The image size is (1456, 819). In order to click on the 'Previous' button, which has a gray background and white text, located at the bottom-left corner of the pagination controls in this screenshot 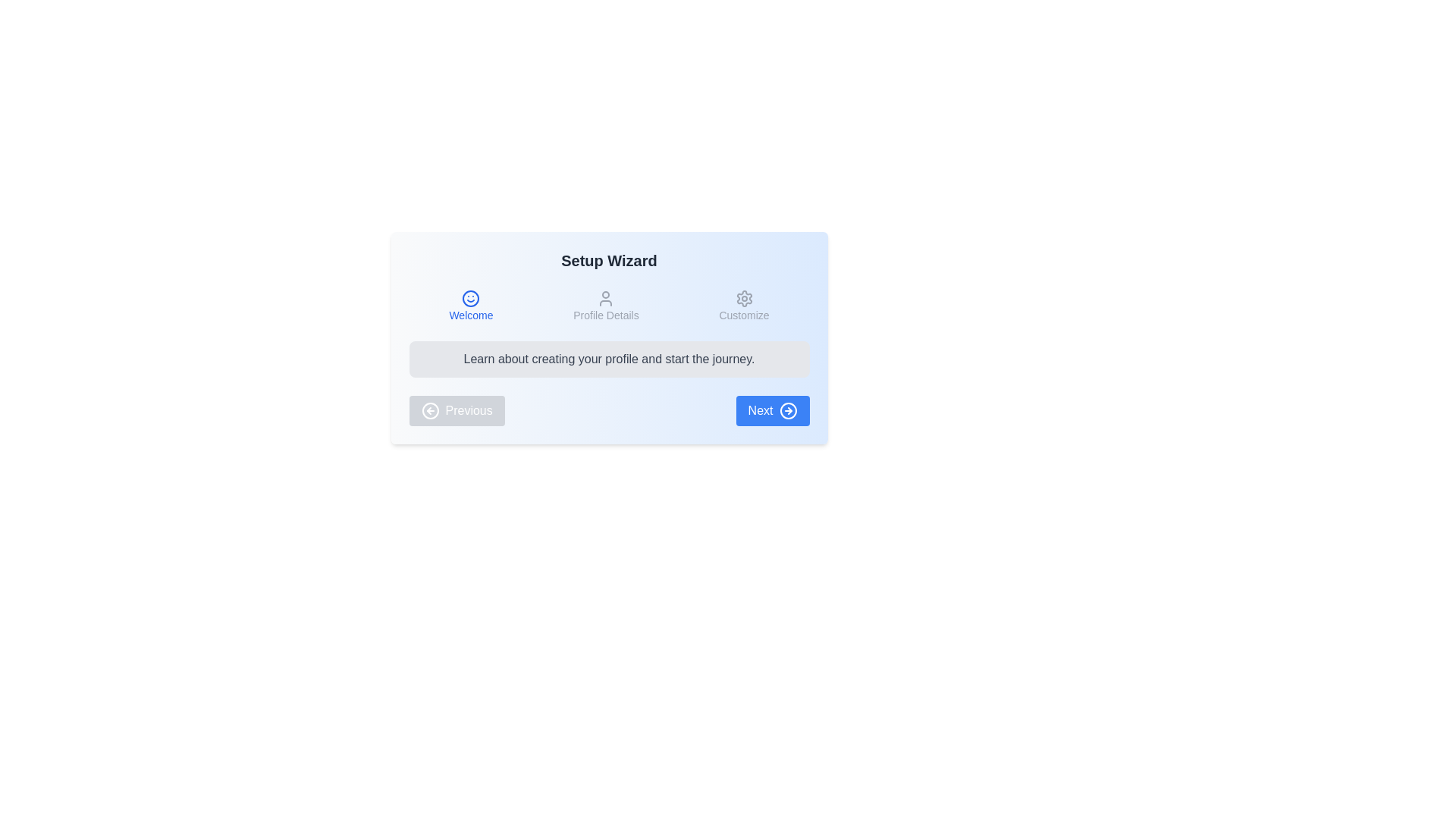, I will do `click(456, 411)`.